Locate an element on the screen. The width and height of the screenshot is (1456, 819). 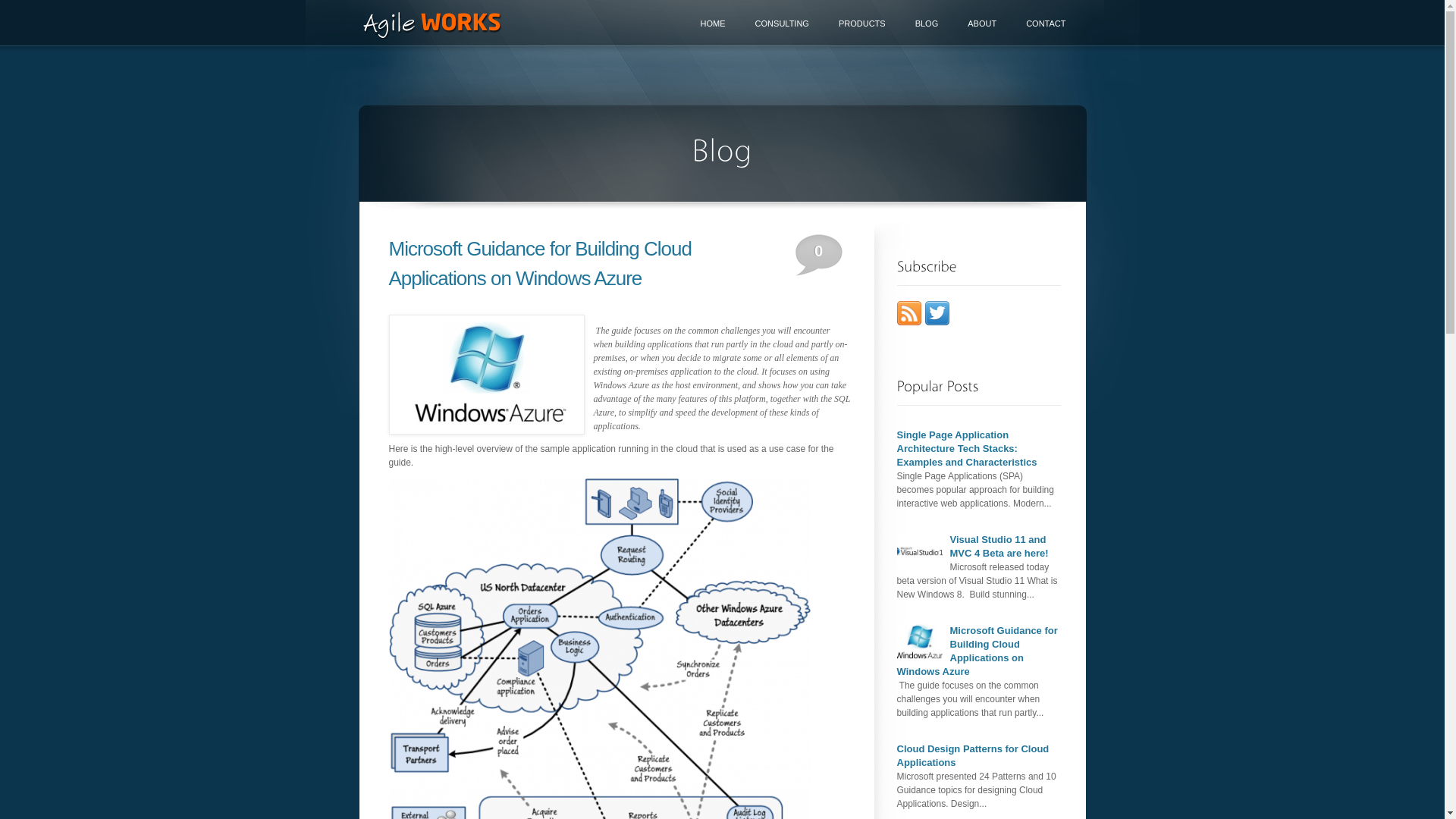
'BLOG' is located at coordinates (902, 24).